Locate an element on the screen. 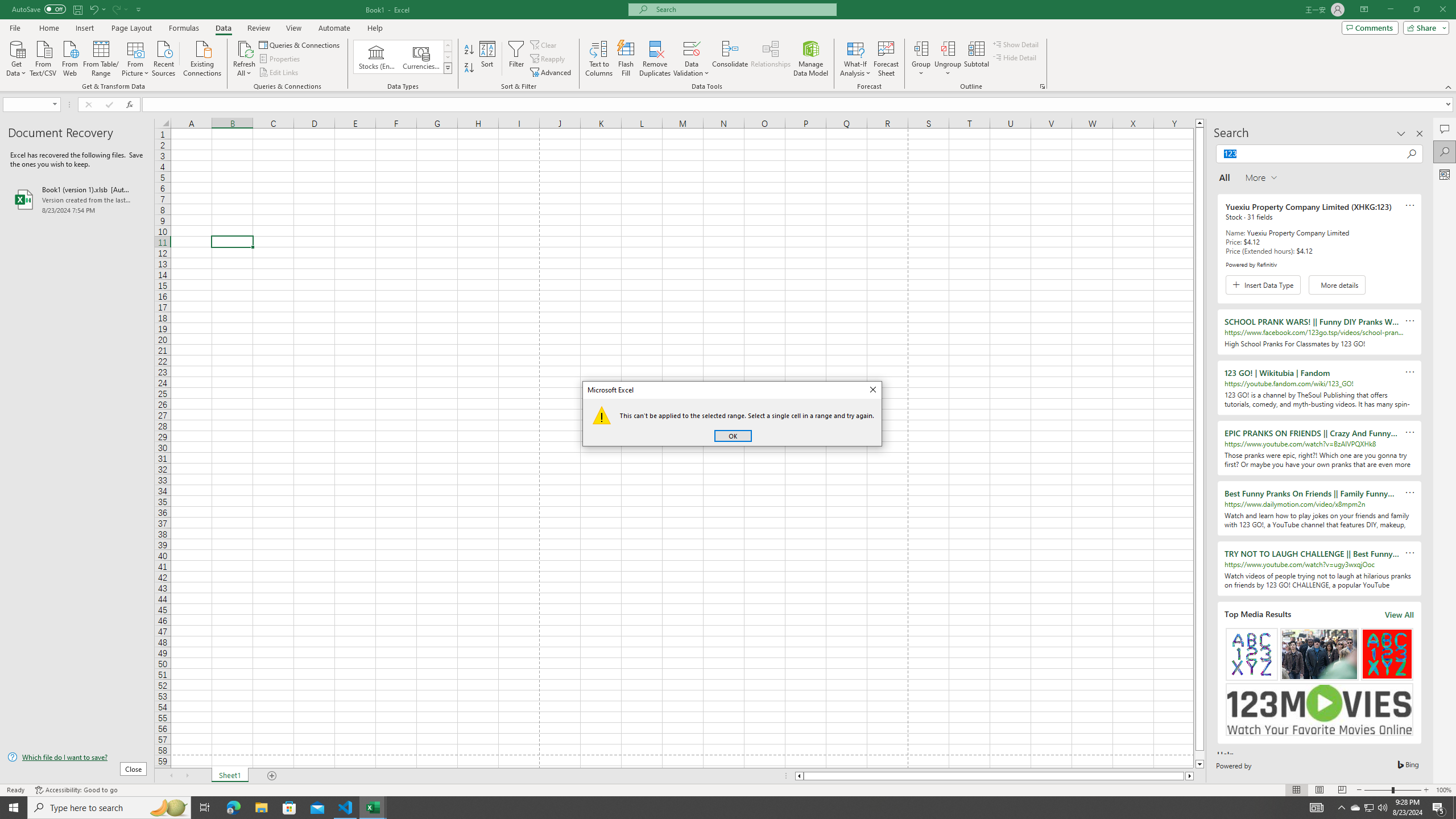 The image size is (1456, 819). 'Accessibility Checker Accessibility: Good to go' is located at coordinates (76, 790).